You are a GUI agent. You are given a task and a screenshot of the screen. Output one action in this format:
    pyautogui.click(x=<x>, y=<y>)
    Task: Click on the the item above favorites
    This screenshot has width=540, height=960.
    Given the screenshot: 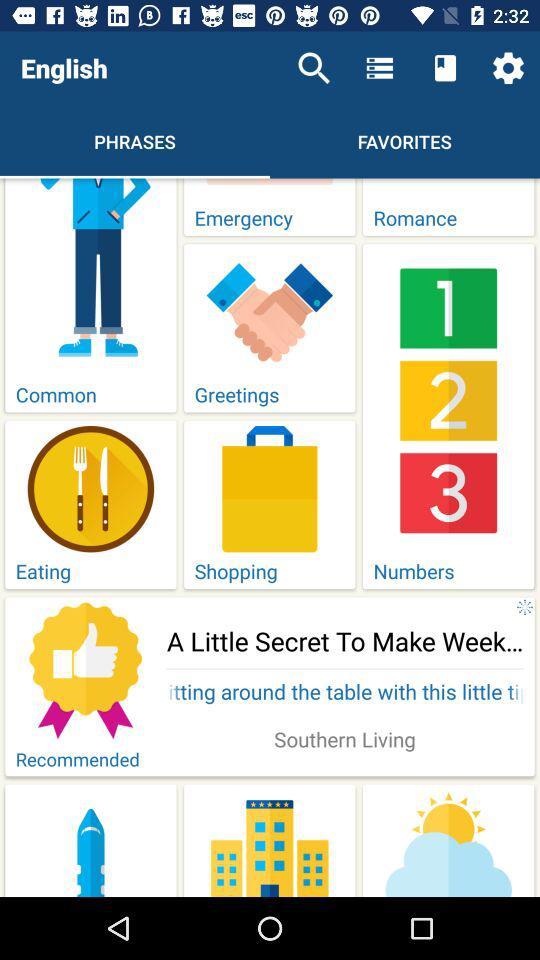 What is the action you would take?
    pyautogui.click(x=445, y=68)
    